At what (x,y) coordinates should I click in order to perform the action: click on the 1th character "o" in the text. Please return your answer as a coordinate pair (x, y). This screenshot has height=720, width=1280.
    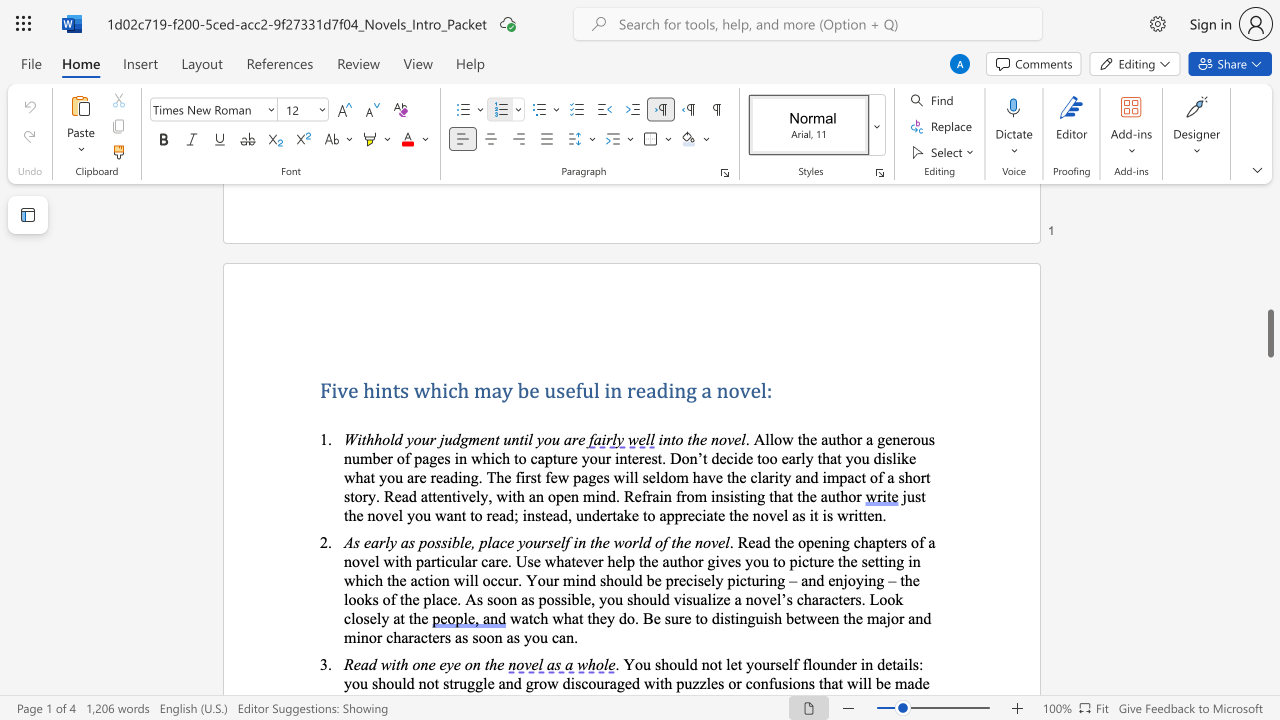
    Looking at the image, I should click on (415, 664).